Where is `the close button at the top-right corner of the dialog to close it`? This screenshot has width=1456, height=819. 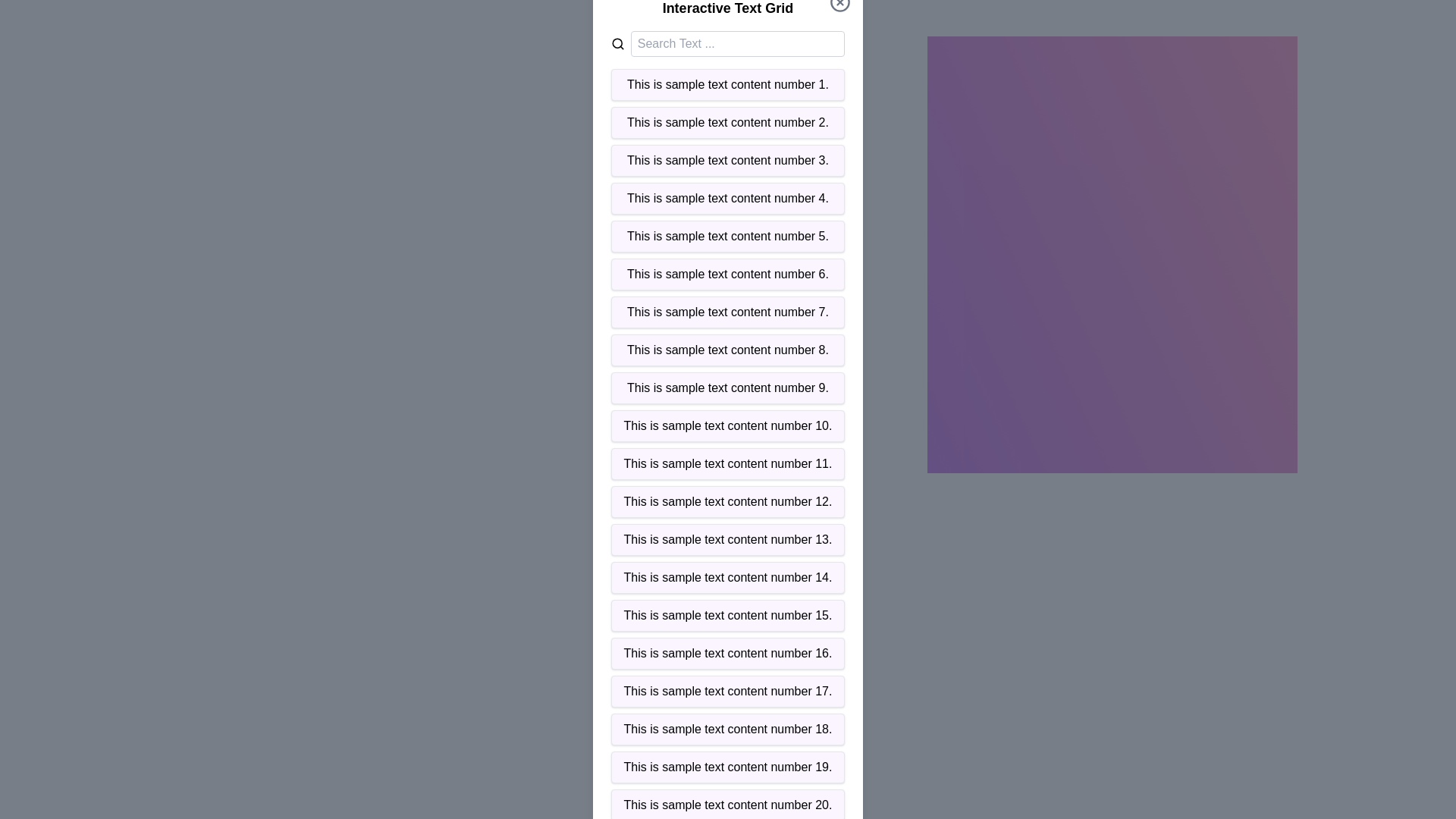 the close button at the top-right corner of the dialog to close it is located at coordinates (839, 2).